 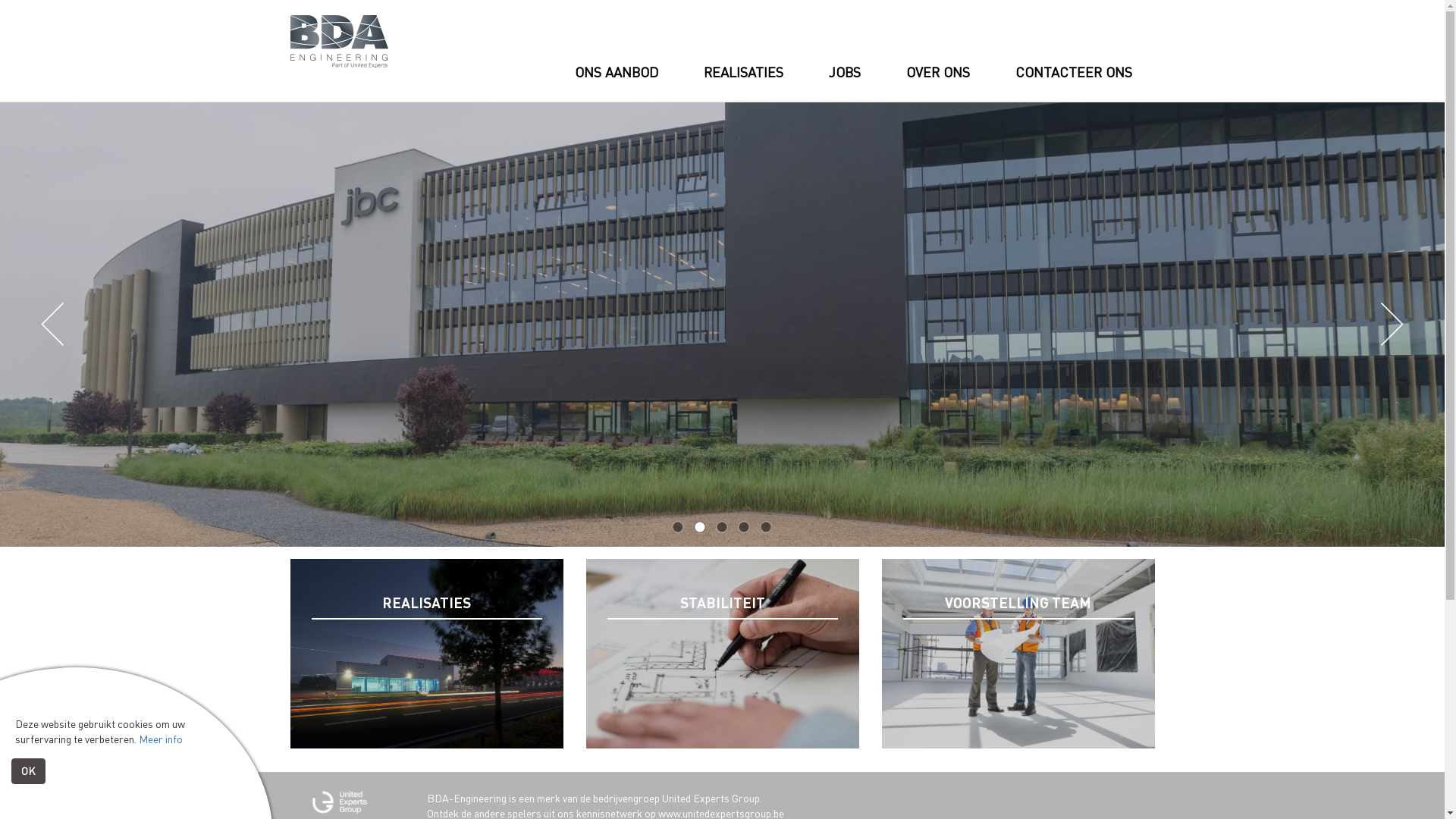 I want to click on 'REALISATIES', so click(x=425, y=652).